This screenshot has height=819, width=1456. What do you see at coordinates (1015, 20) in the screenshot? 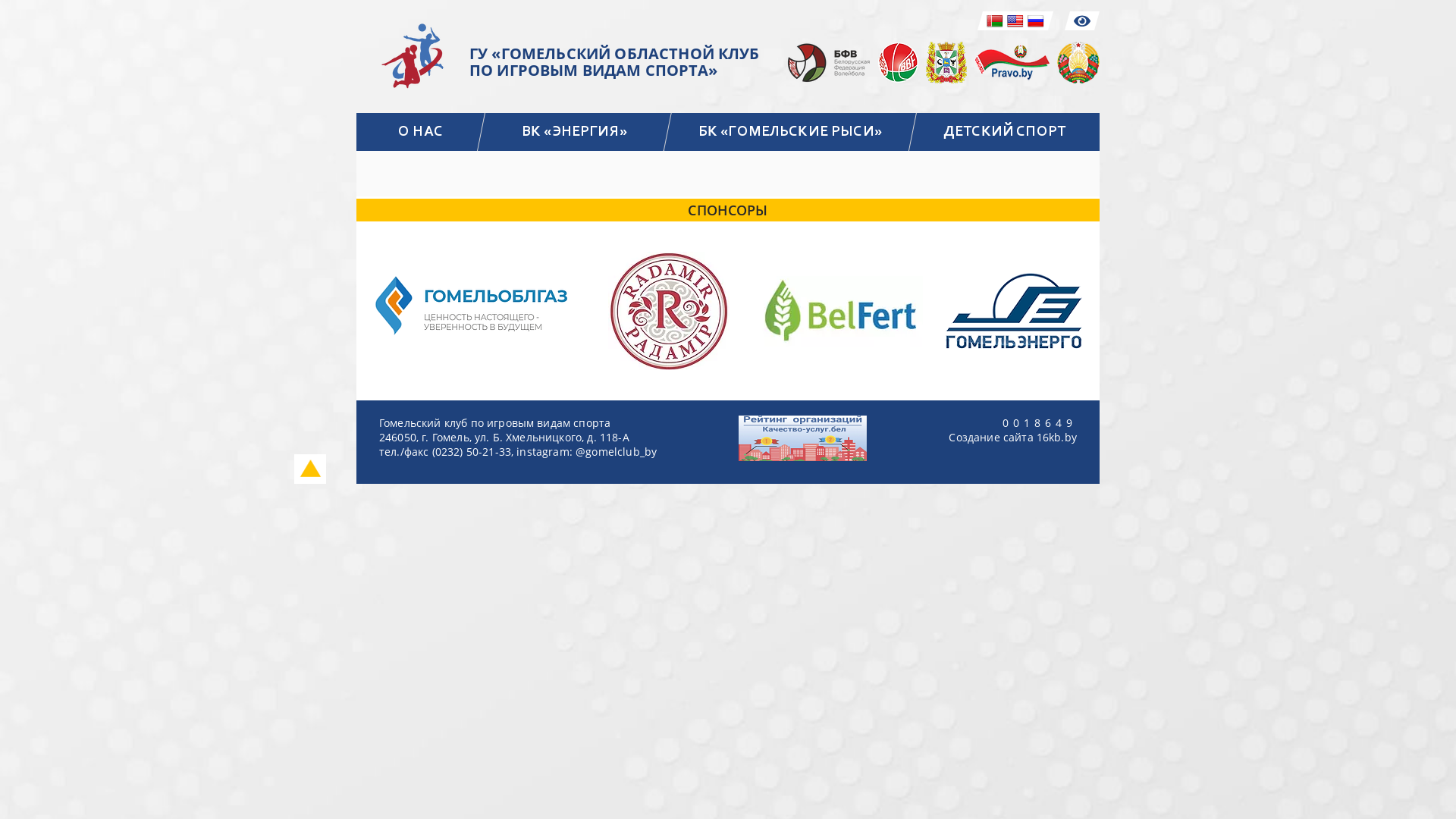
I see `'English'` at bounding box center [1015, 20].